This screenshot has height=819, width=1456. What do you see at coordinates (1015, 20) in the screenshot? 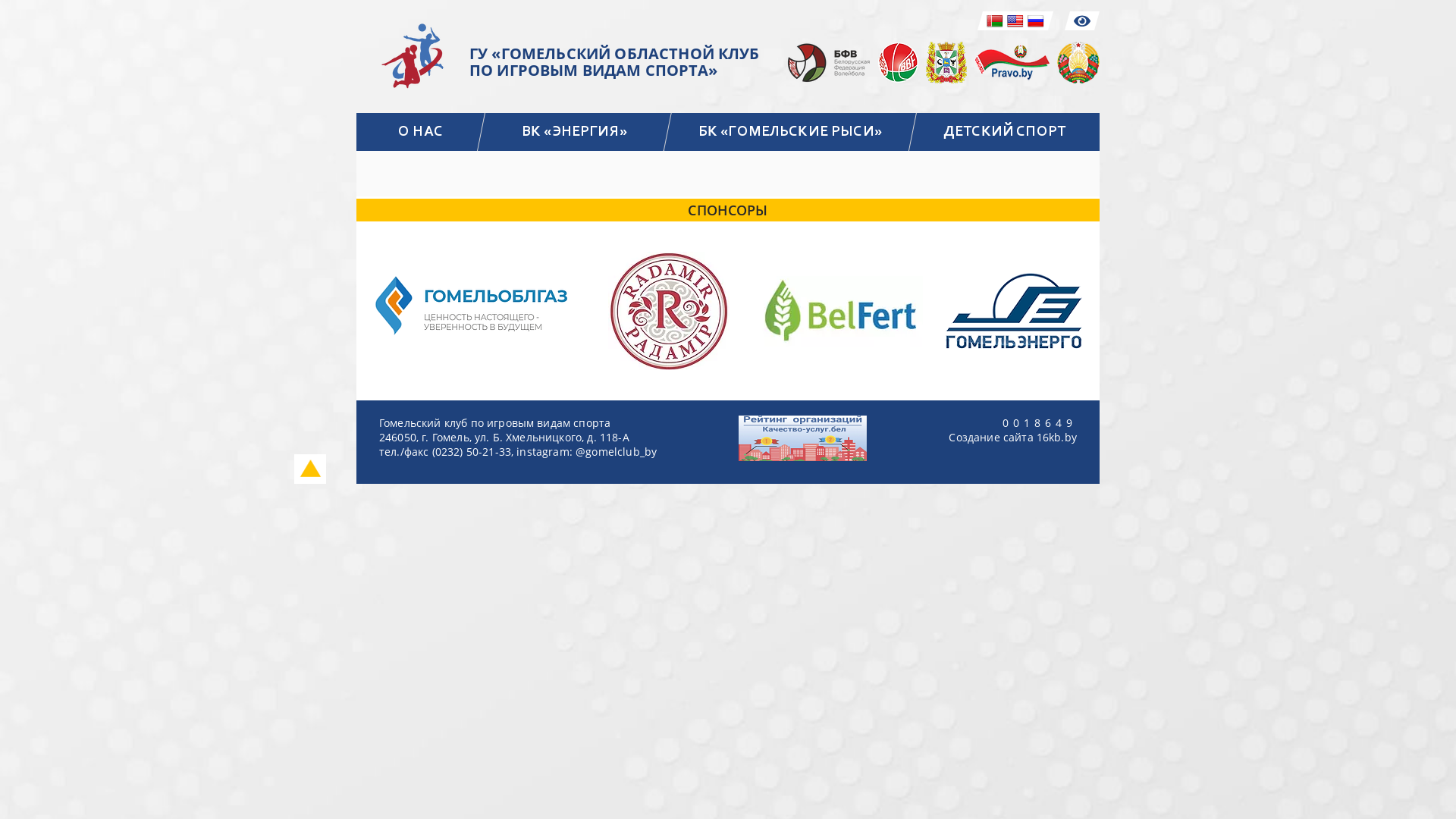
I see `'English'` at bounding box center [1015, 20].